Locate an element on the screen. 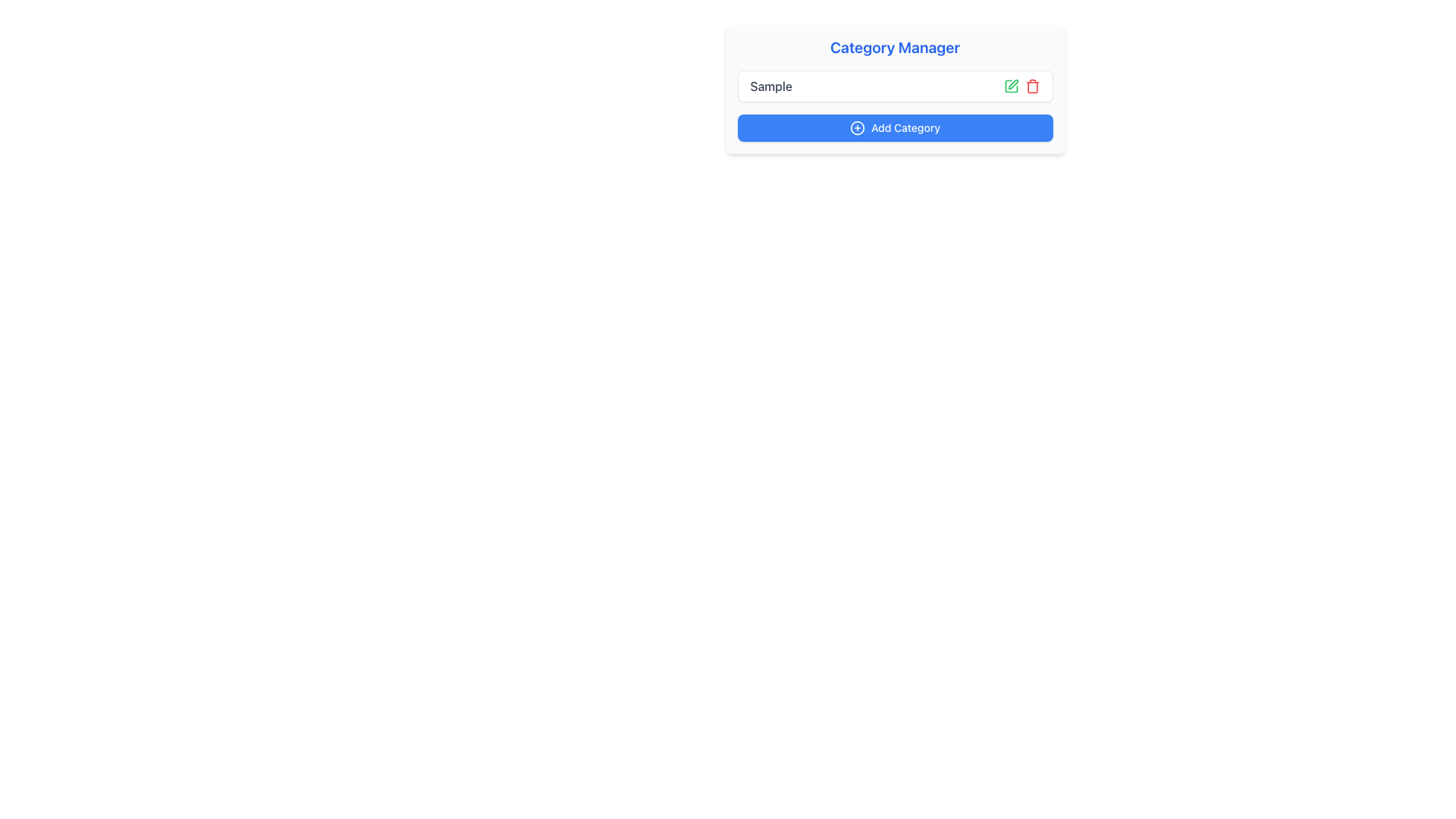  the circular graphical shape located at the center of the 'Add Category' button, which is styled with a thin stroke and no fill color, to indirectly activate its function is located at coordinates (858, 127).